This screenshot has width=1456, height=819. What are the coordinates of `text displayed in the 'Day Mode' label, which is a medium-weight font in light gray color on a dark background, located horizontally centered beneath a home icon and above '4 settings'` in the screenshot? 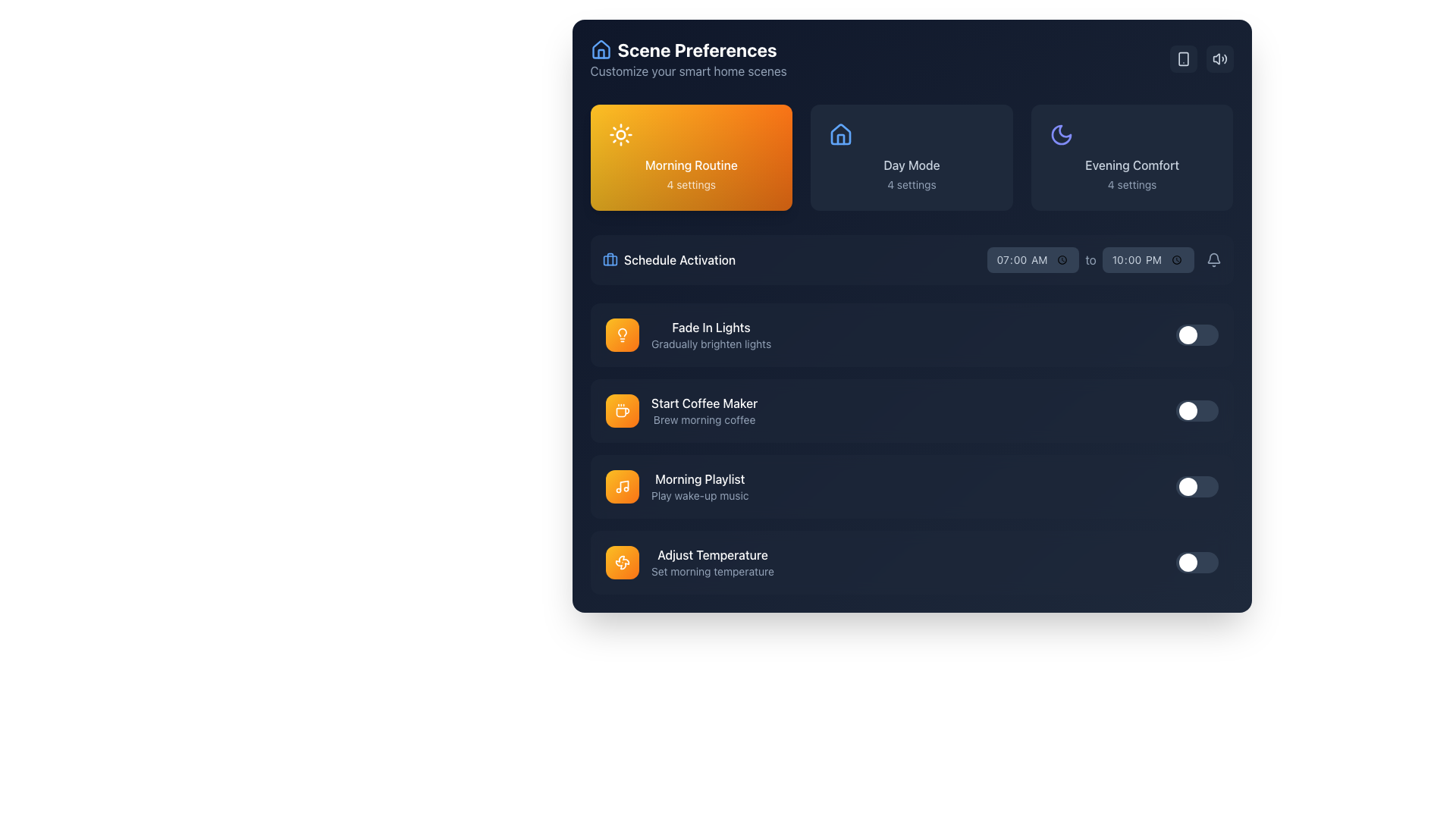 It's located at (911, 165).